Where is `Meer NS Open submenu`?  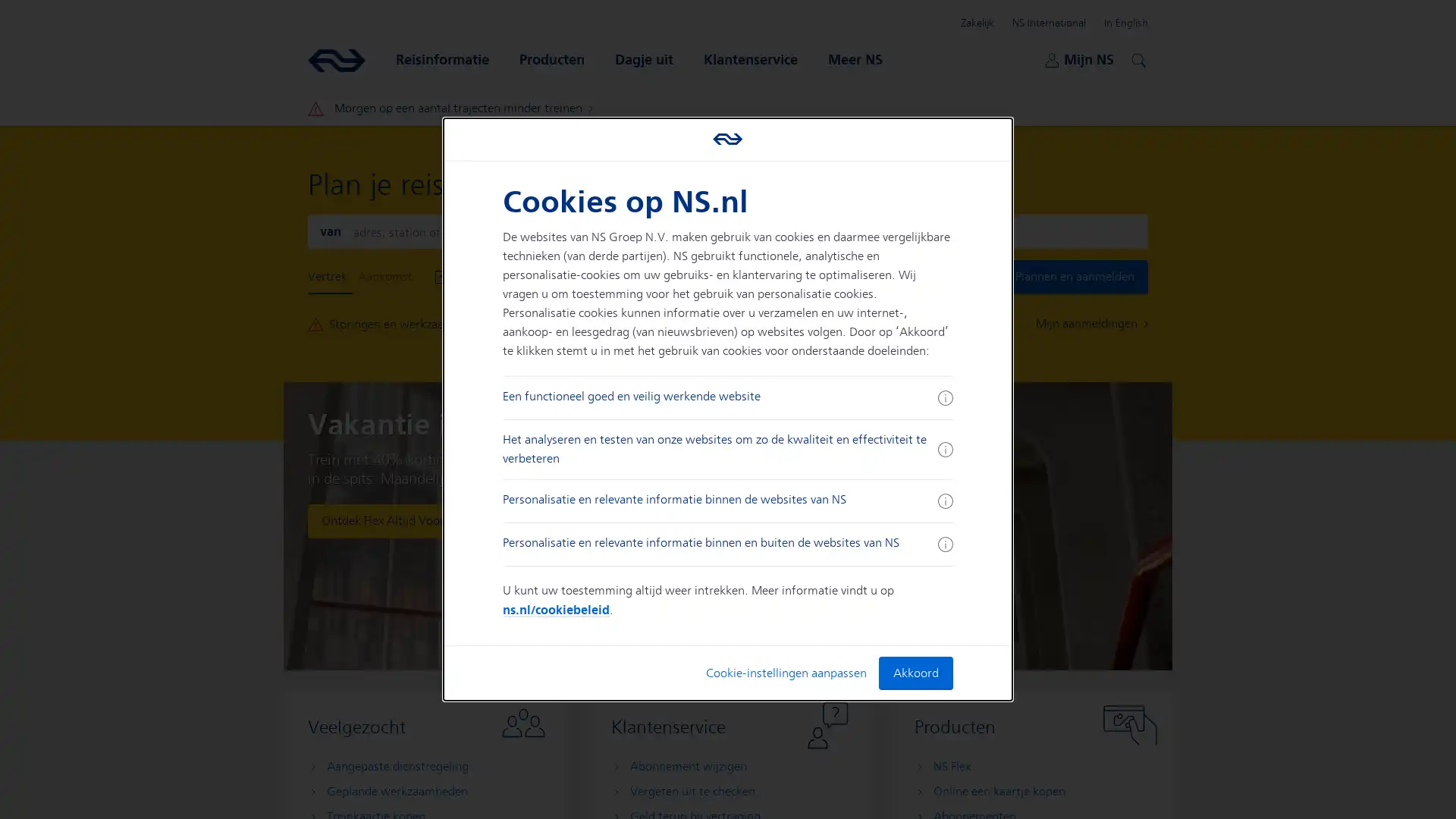 Meer NS Open submenu is located at coordinates (855, 58).